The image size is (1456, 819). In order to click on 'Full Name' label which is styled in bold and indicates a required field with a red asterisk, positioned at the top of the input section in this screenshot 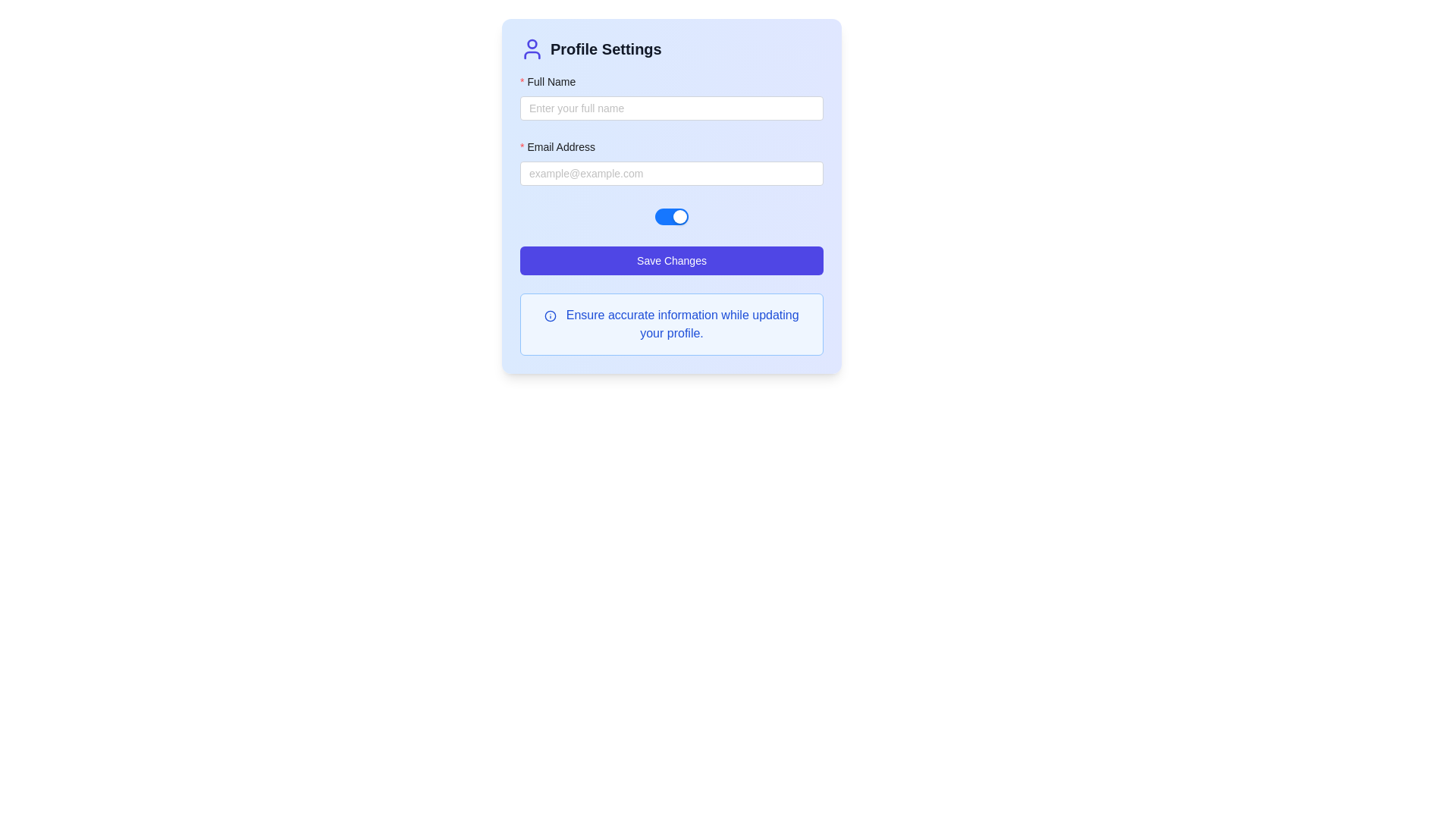, I will do `click(671, 84)`.